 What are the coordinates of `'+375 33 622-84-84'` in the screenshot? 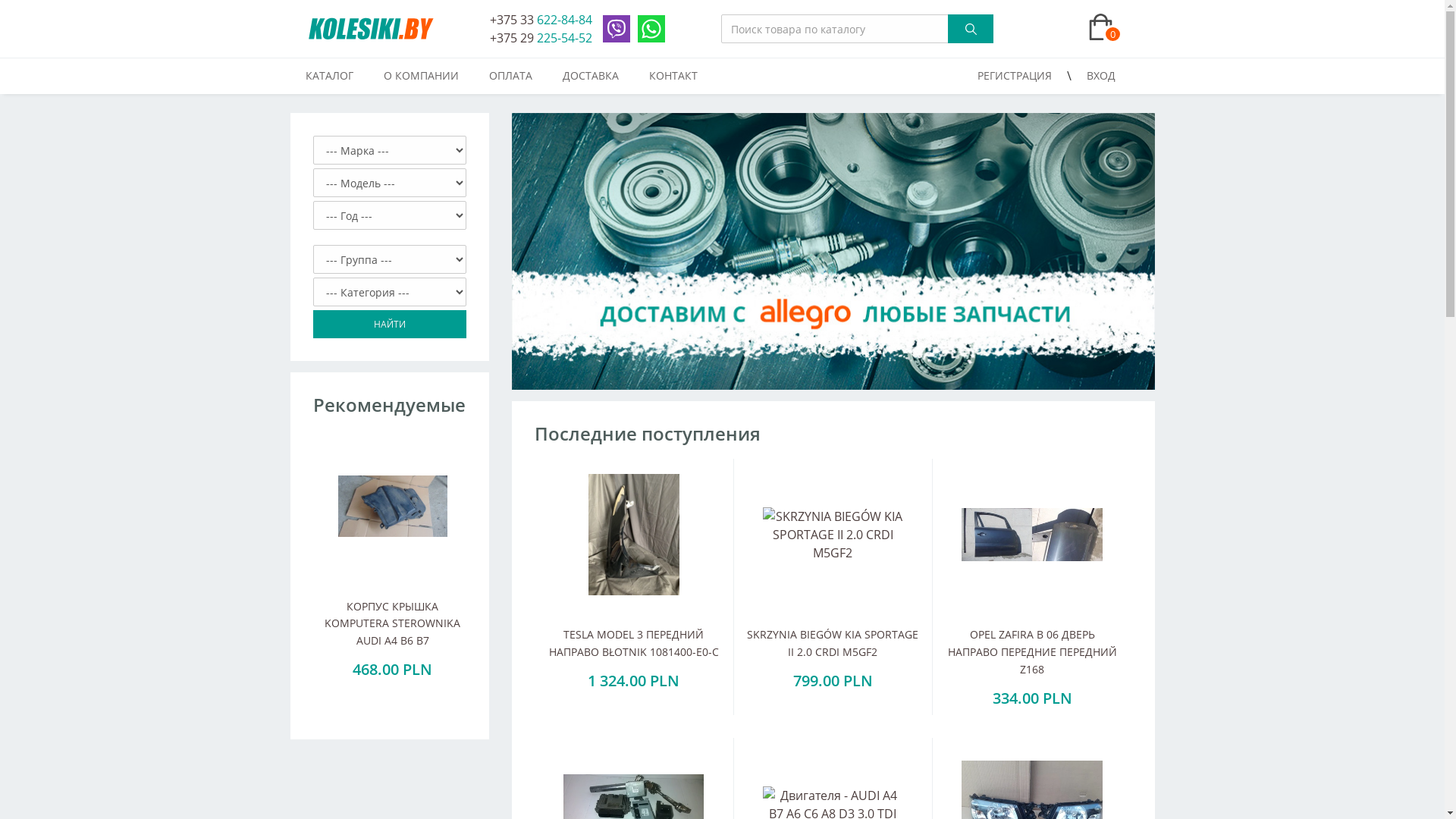 It's located at (490, 20).